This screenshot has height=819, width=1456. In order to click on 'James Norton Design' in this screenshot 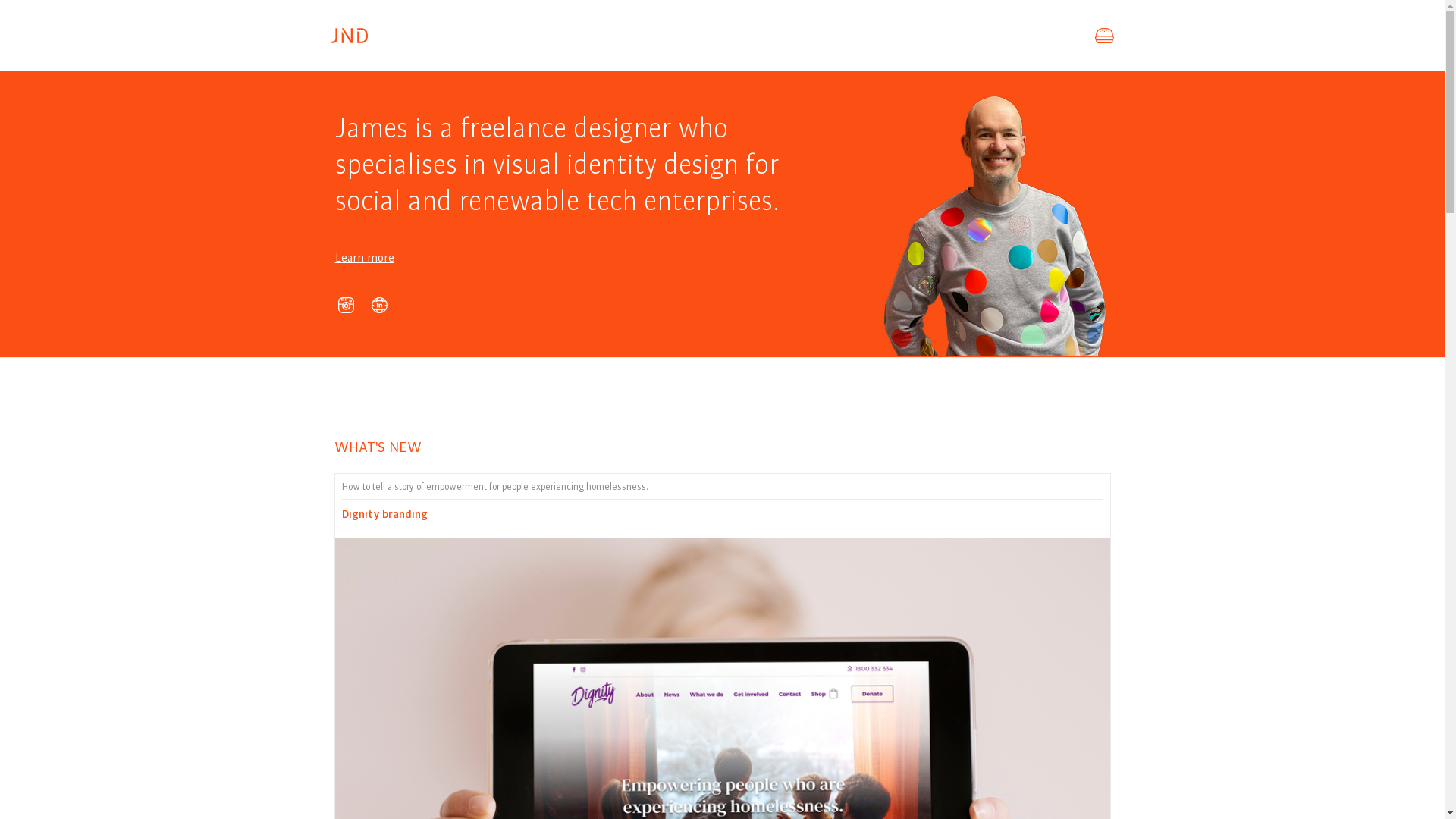, I will do `click(348, 34)`.